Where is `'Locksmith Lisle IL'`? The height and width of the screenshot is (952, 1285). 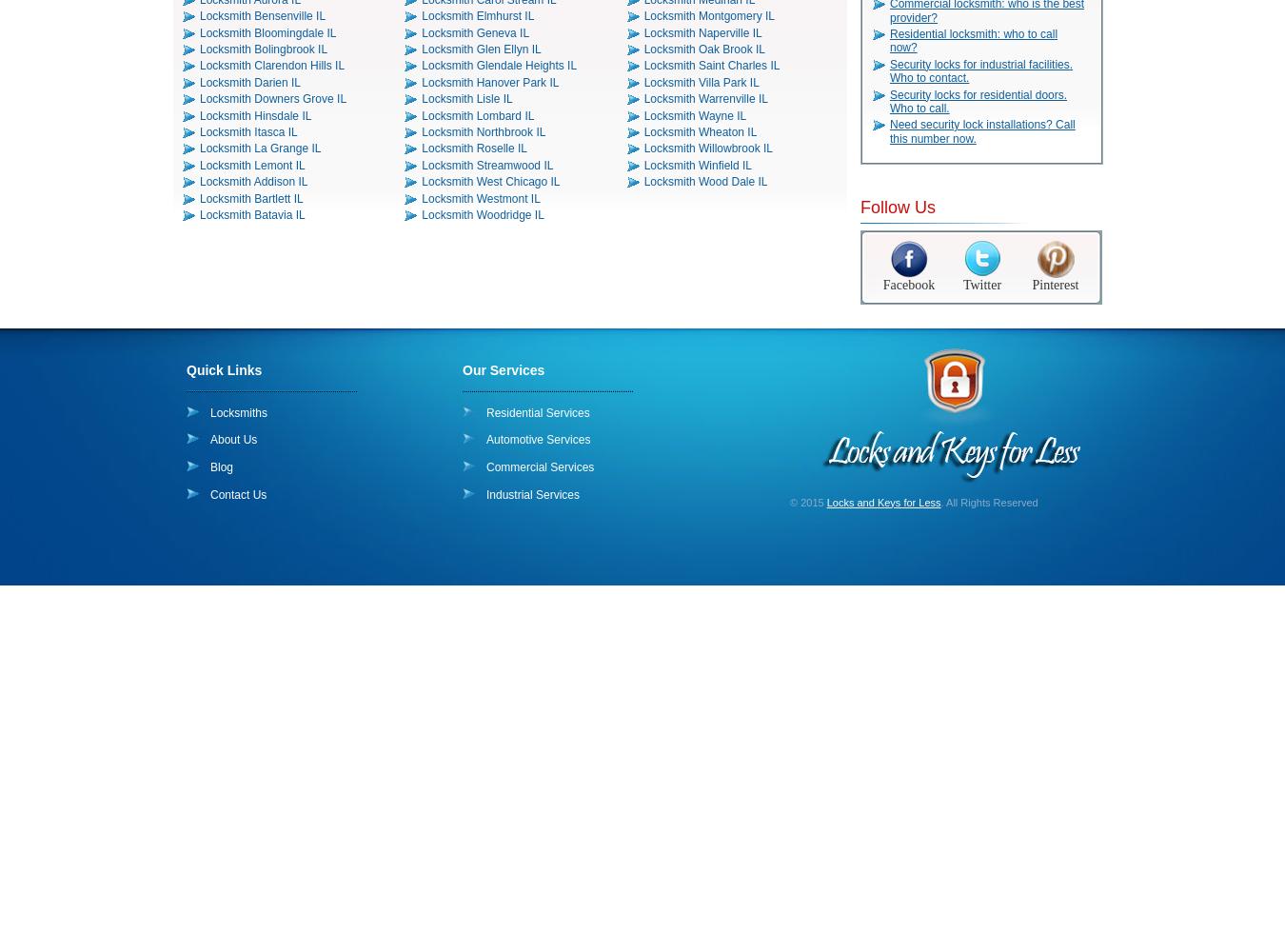 'Locksmith Lisle IL' is located at coordinates (465, 98).